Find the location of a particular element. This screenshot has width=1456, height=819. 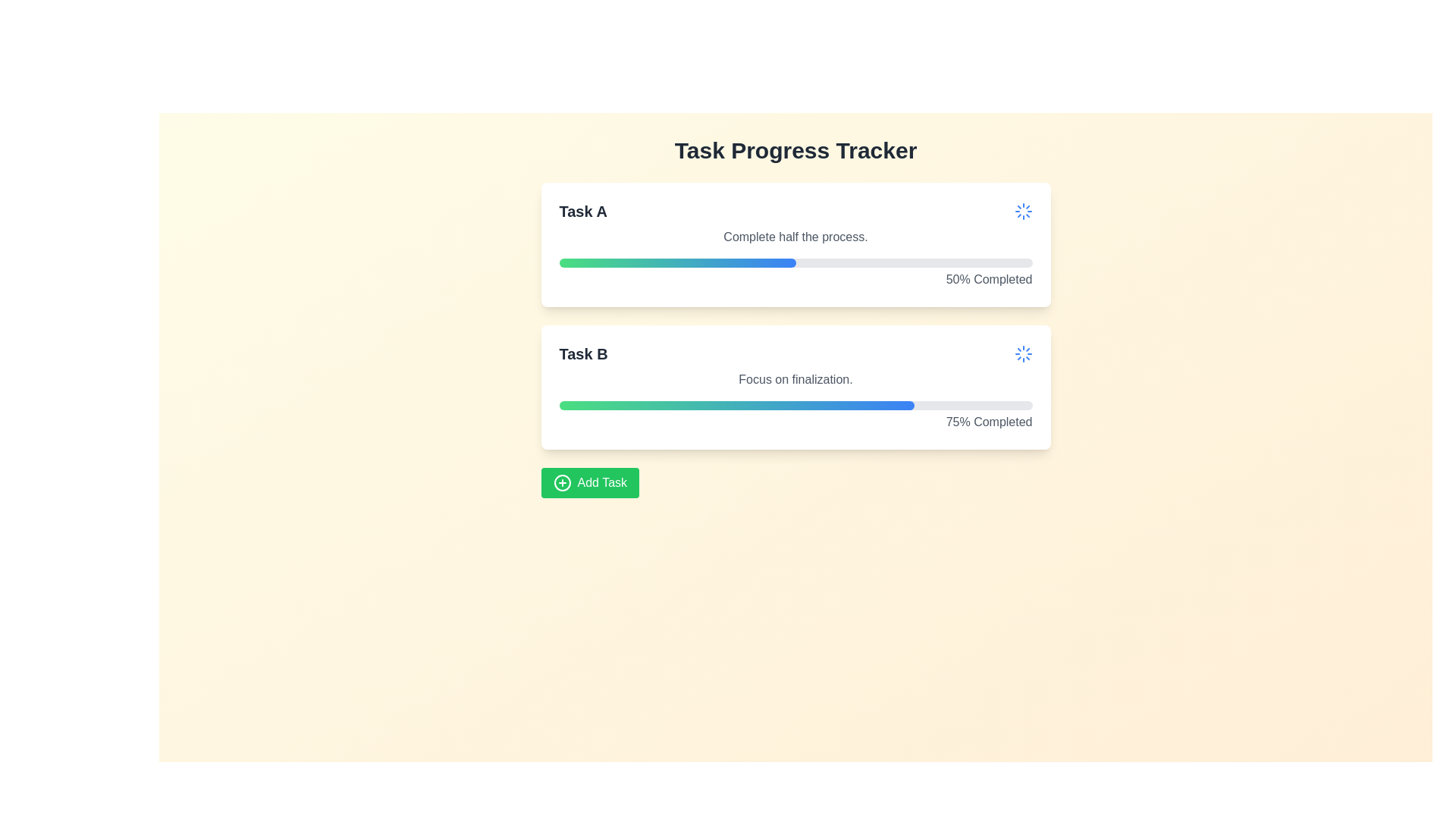

the bold text label displaying 'Task B', which is the primary heading of the card layout, positioned at the top-left corner above the progress bar is located at coordinates (582, 353).